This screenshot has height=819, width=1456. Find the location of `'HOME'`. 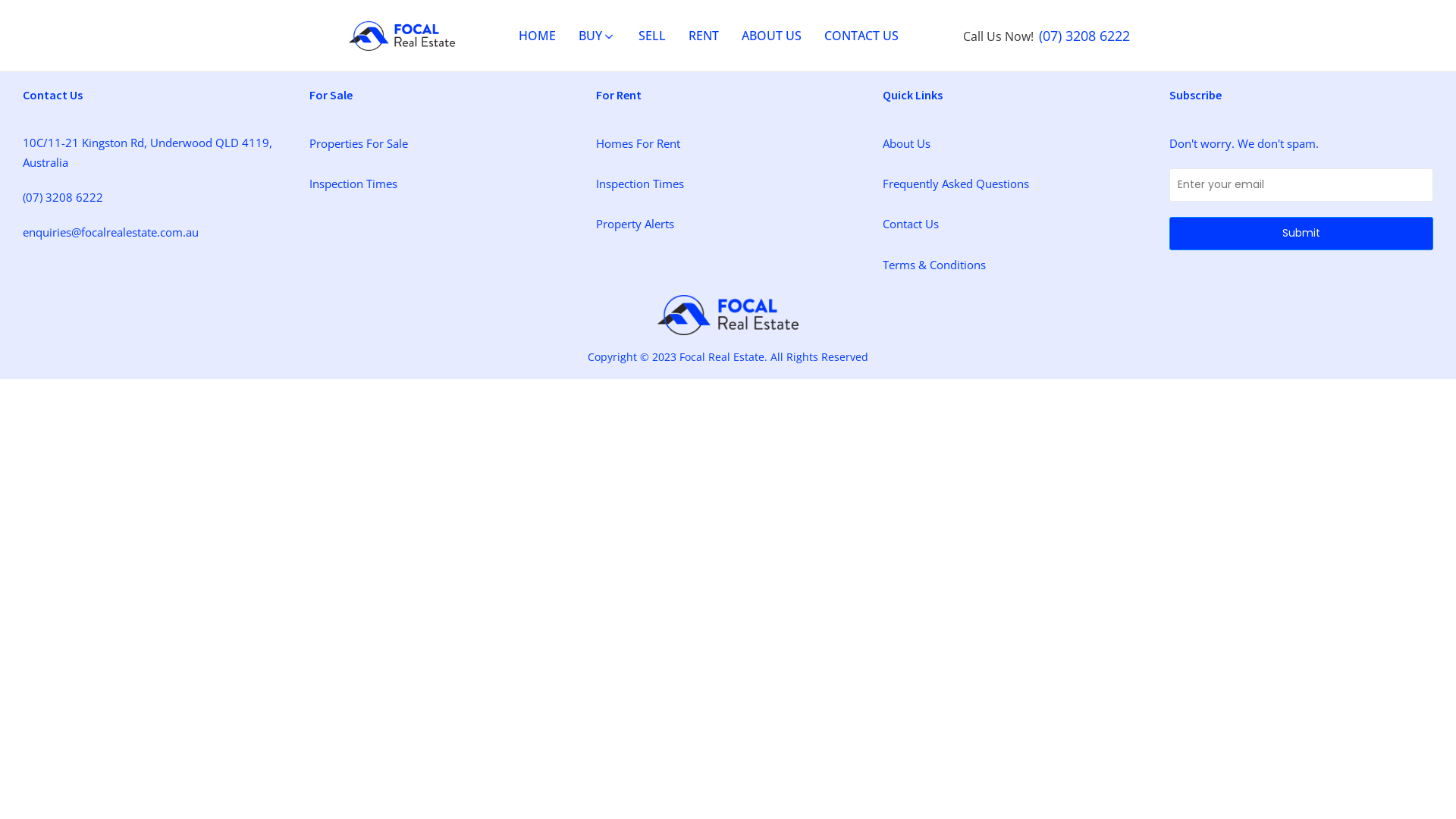

'HOME' is located at coordinates (537, 35).